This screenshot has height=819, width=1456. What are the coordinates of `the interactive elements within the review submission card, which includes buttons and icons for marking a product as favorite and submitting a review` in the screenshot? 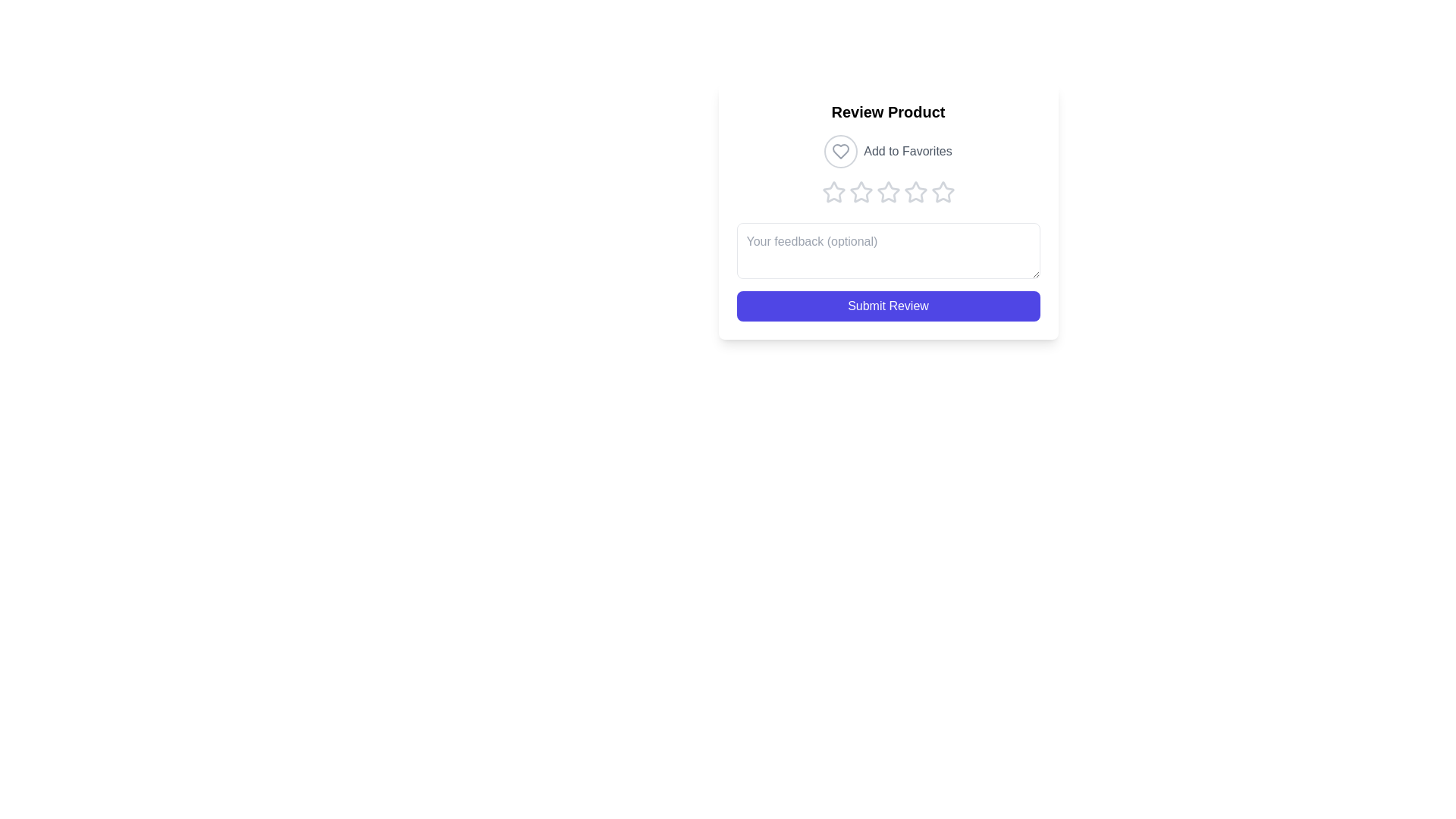 It's located at (888, 211).